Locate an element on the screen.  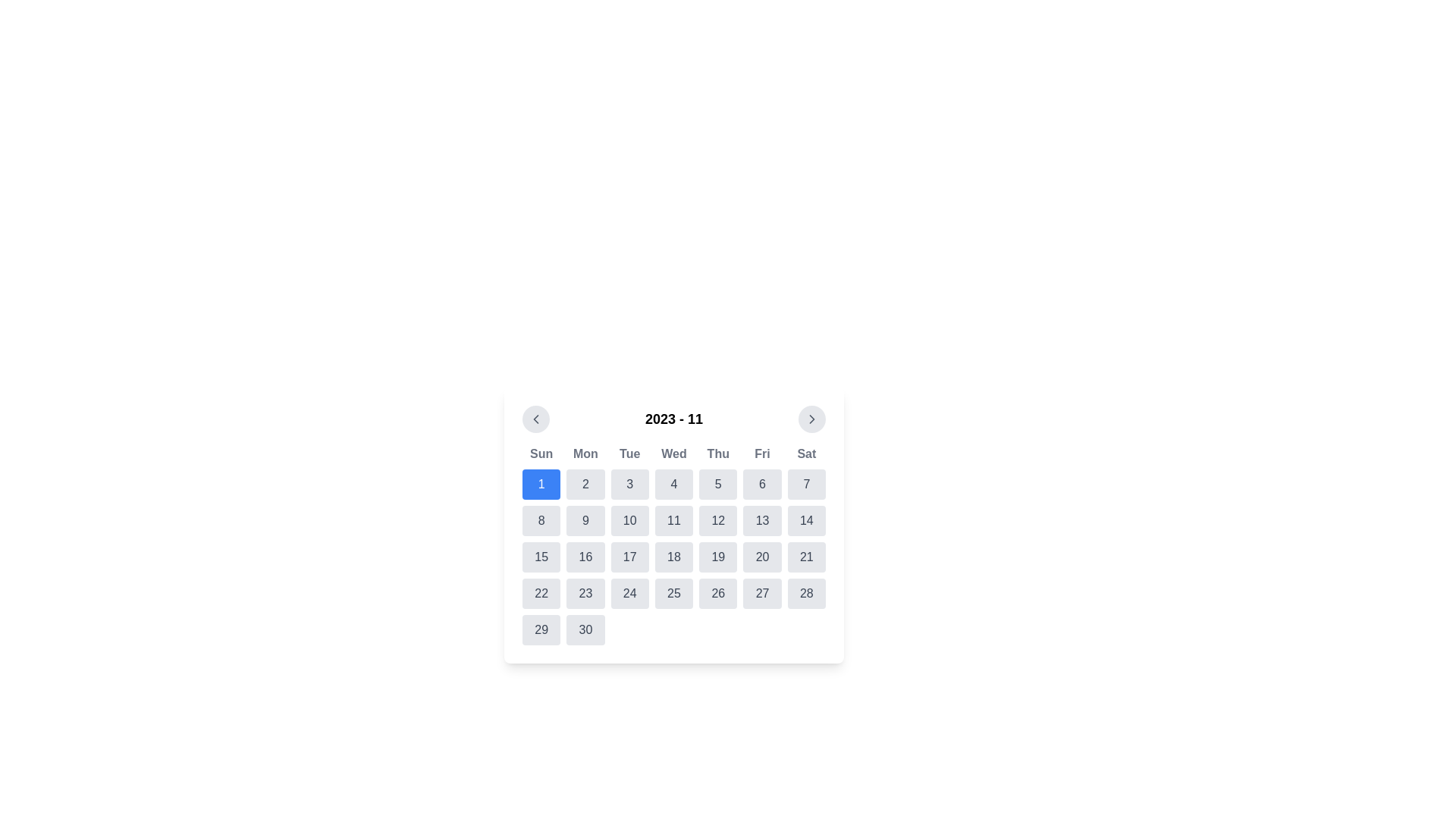
the rectangular button labeled '28' with a light gray background and rounded corners to focus it is located at coordinates (805, 593).